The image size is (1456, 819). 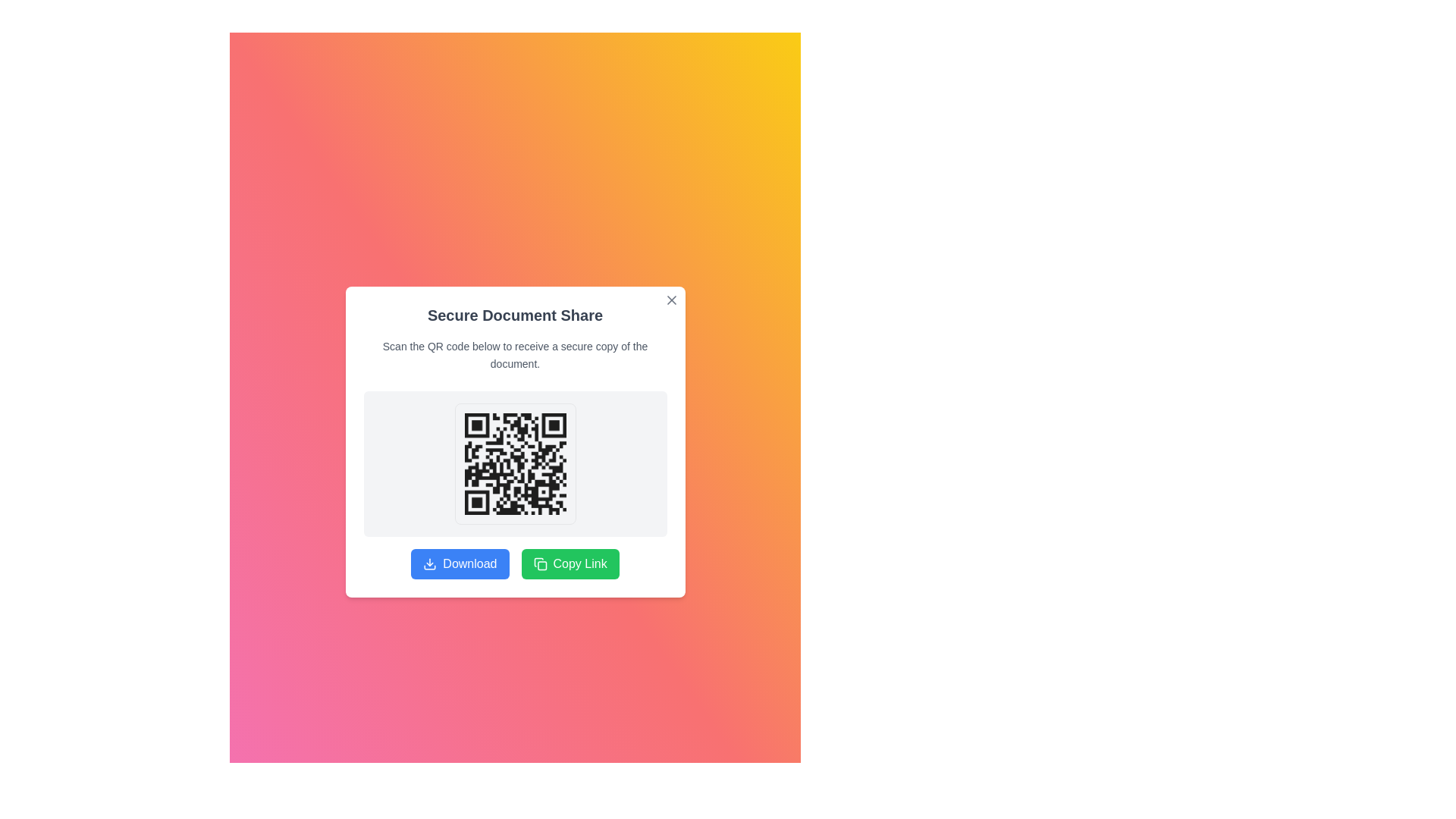 What do you see at coordinates (570, 563) in the screenshot?
I see `the second button from the left in the horizontal row of buttons within the modal, located to the right of the blue 'Download' button` at bounding box center [570, 563].